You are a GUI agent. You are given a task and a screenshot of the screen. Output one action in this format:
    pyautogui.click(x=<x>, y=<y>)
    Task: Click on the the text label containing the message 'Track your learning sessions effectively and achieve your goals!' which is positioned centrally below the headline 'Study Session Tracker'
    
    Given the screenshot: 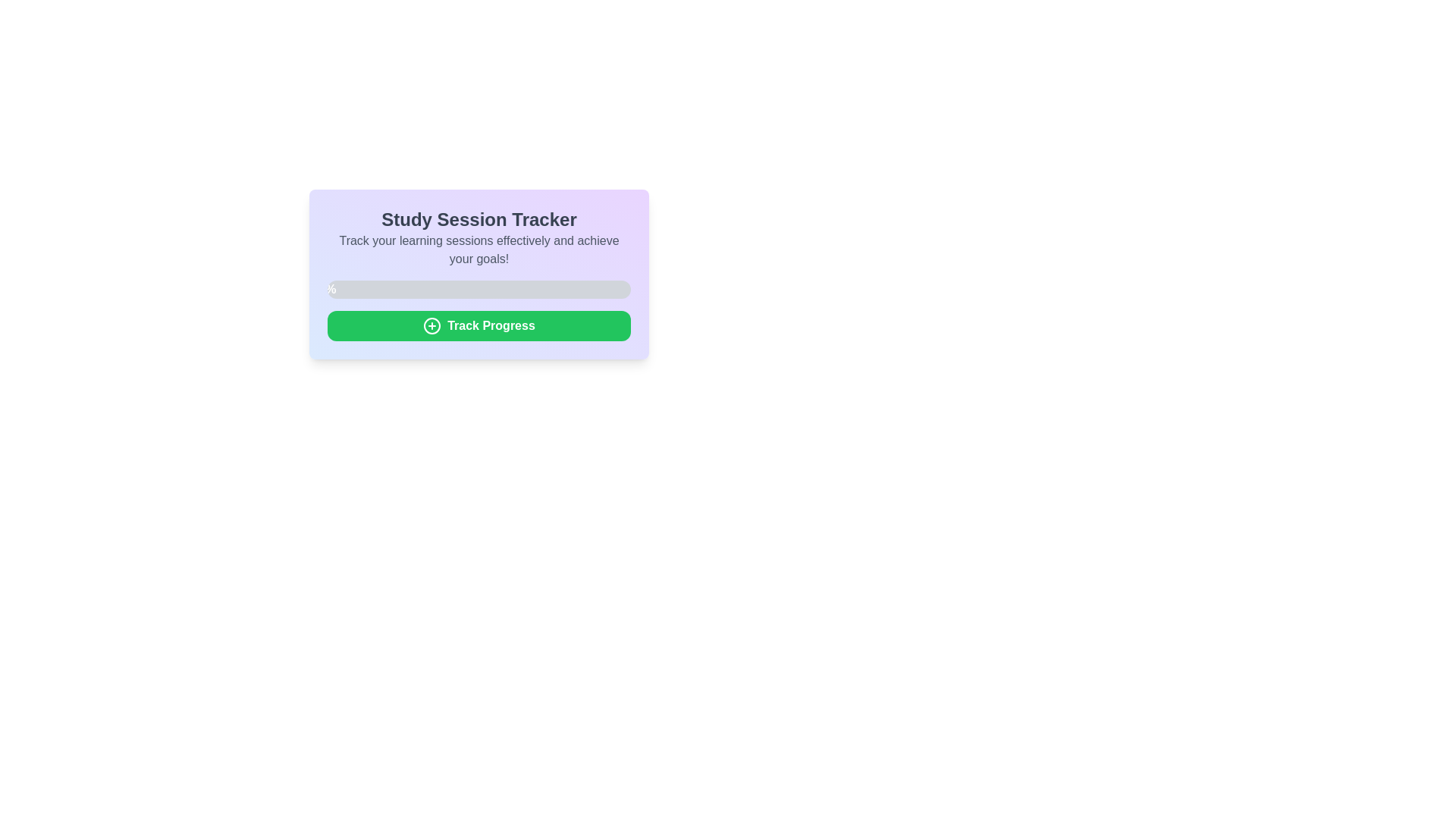 What is the action you would take?
    pyautogui.click(x=479, y=249)
    